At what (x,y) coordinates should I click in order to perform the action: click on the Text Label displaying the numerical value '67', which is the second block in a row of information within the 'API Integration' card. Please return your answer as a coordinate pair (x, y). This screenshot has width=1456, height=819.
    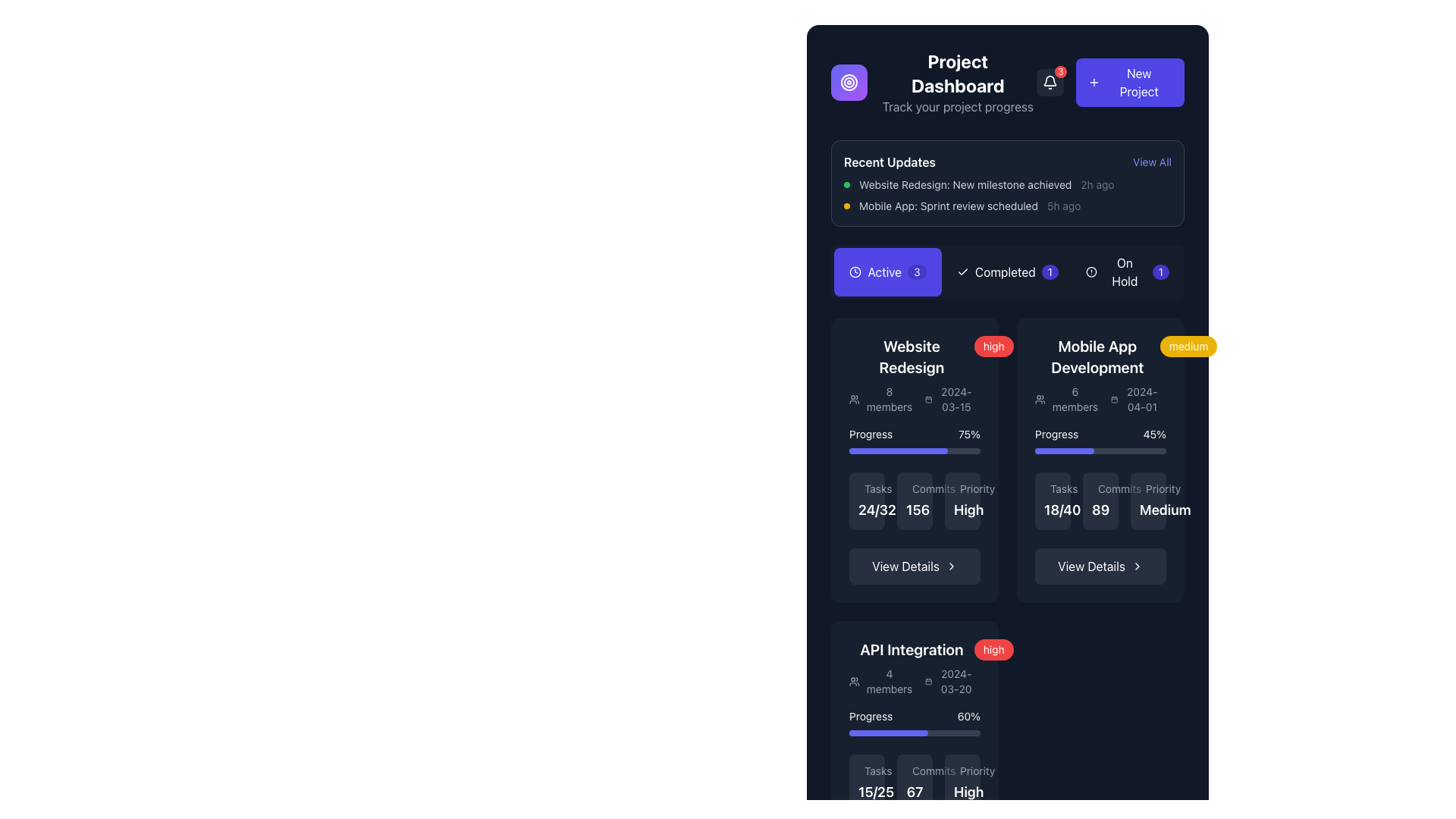
    Looking at the image, I should click on (914, 783).